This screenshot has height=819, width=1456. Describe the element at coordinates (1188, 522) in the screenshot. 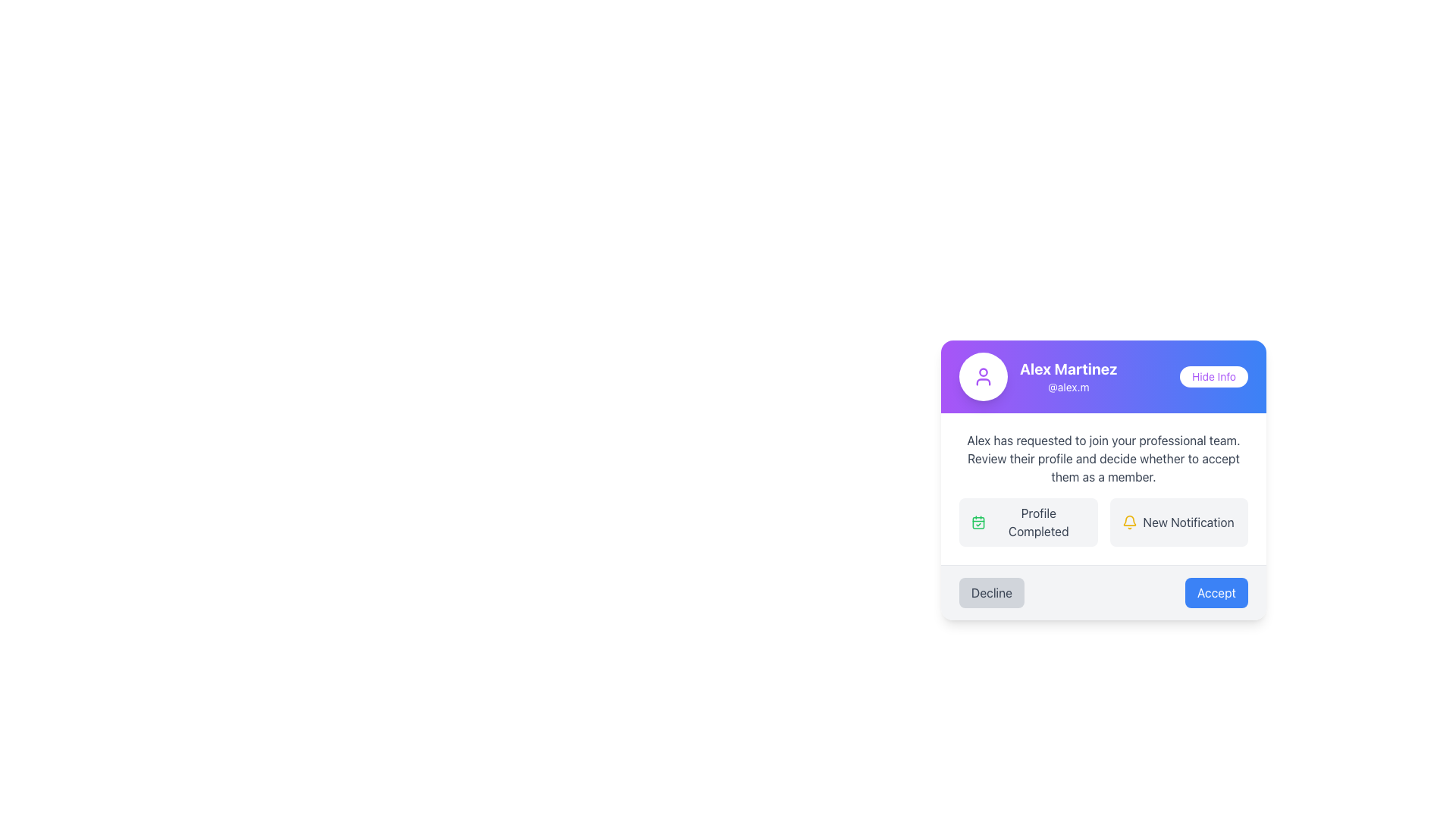

I see `the text label displaying 'New Notification' which is styled with a prominent sans-serif font in dark gray, located in the right-hand section of the interface within a light gray rounded rectangle` at that location.